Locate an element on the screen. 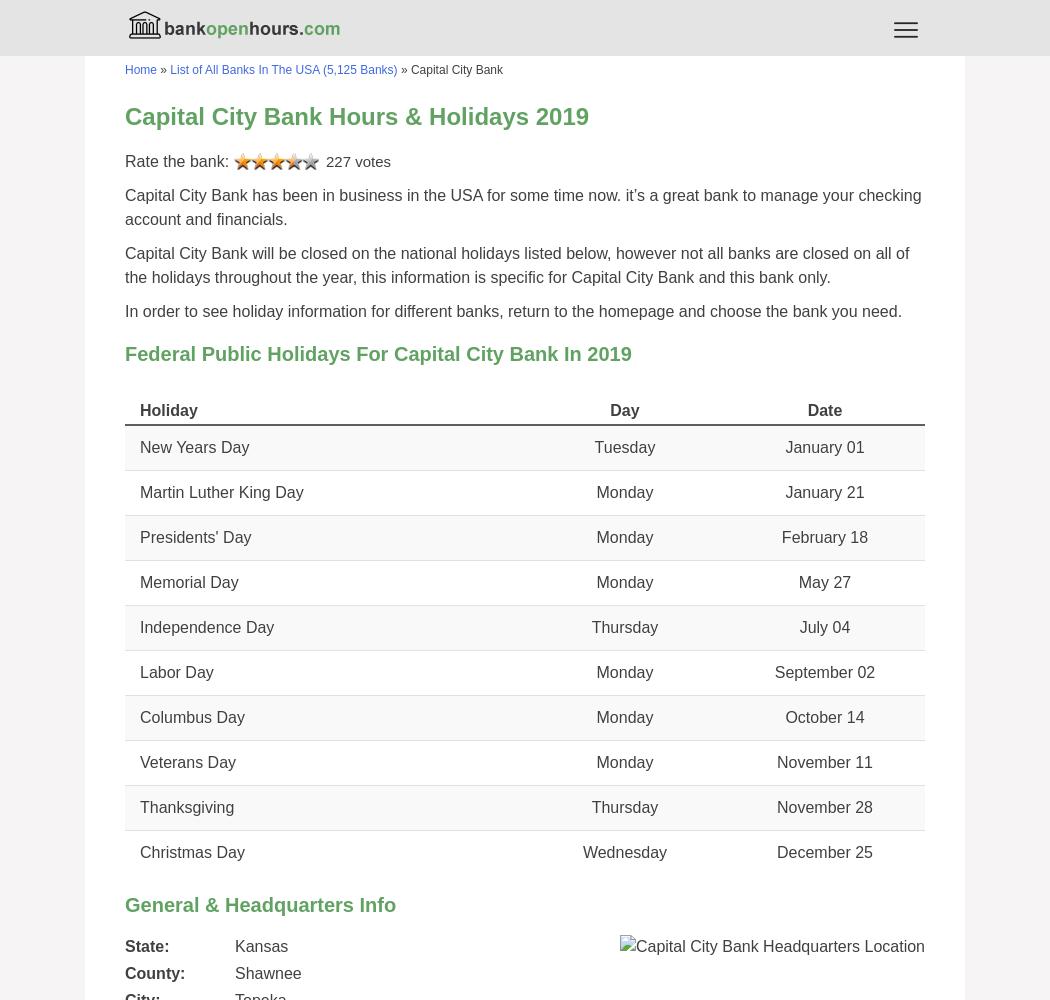  'Capital City Bank will be closed on the national holidays listed below, however not all banks are closed on all of the holidays throughout the year, this information is specific for Capital City Bank and this bank only.' is located at coordinates (516, 265).